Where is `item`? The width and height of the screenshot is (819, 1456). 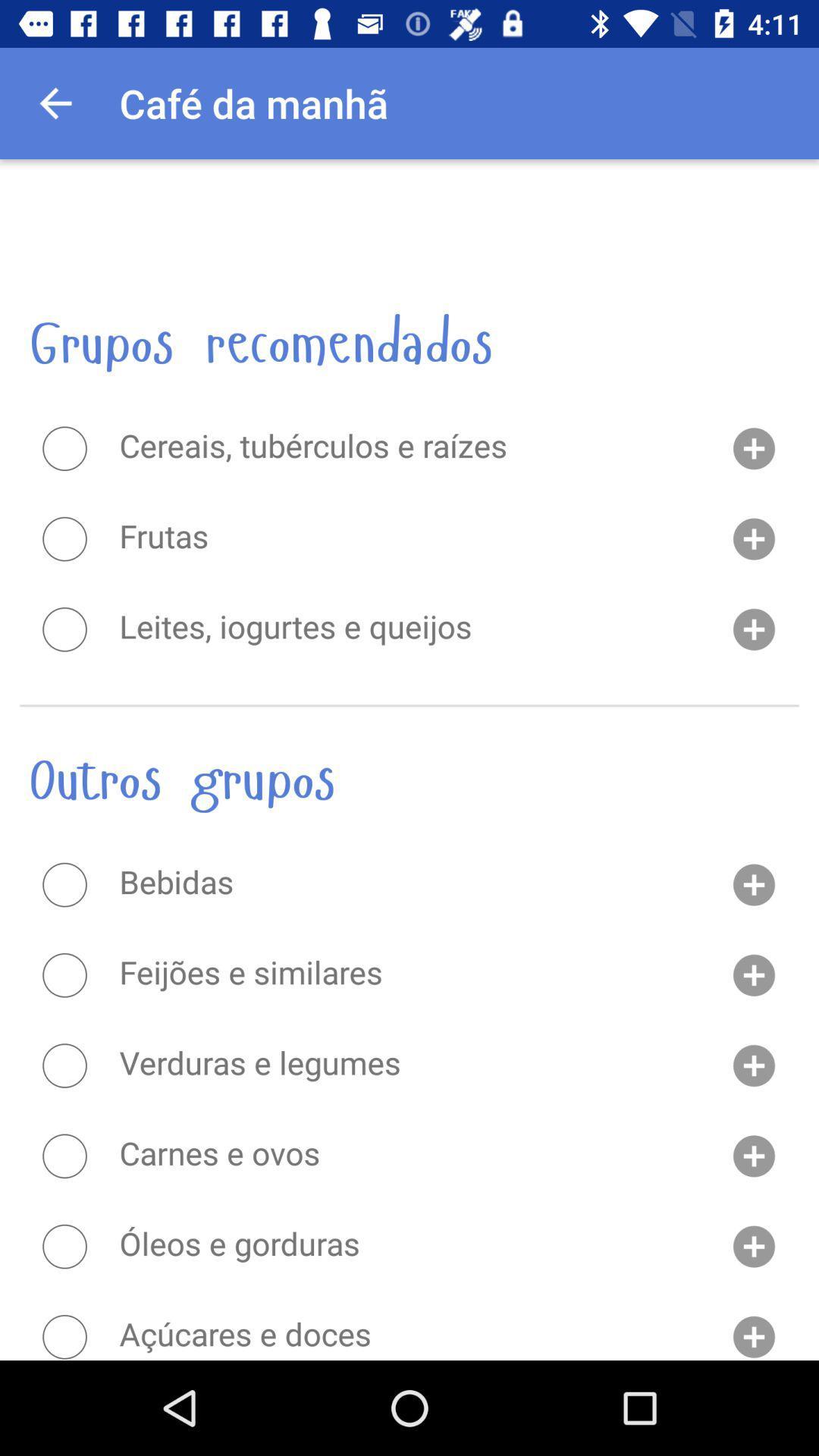
item is located at coordinates (64, 884).